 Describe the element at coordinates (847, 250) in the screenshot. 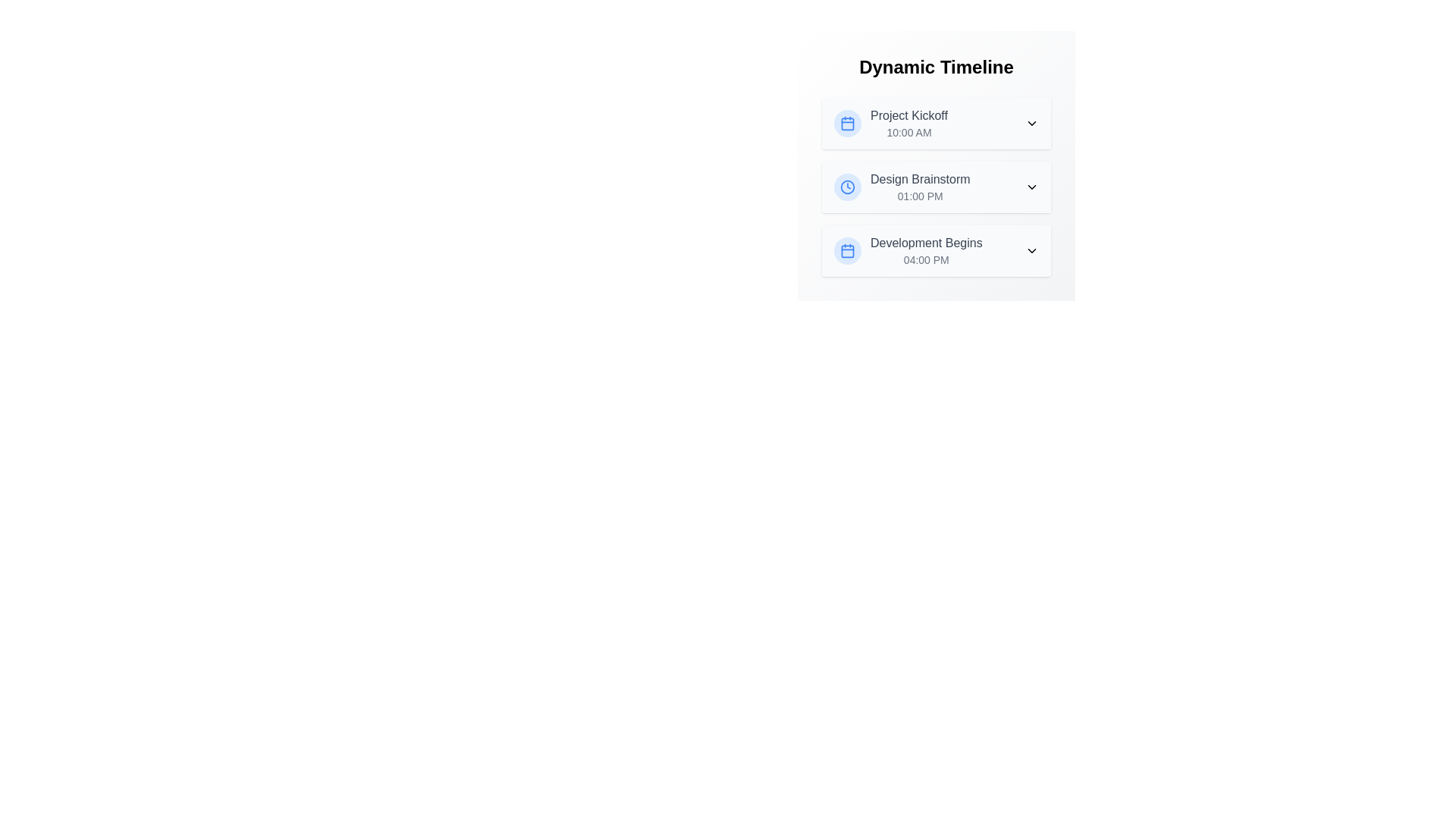

I see `the event association` at that location.